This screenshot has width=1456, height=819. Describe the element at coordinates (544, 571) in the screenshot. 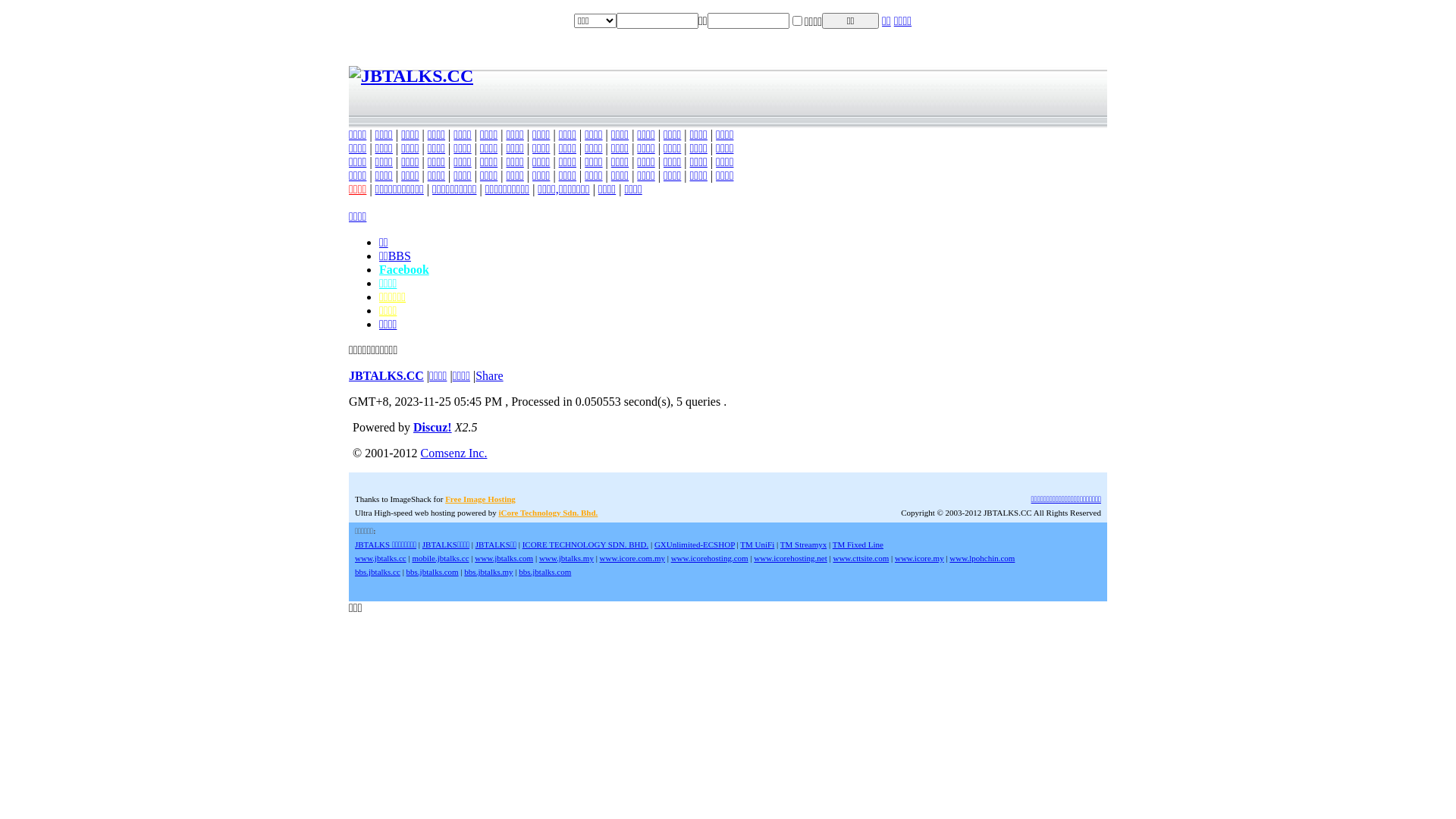

I see `'bbs.jbtalks.com'` at that location.